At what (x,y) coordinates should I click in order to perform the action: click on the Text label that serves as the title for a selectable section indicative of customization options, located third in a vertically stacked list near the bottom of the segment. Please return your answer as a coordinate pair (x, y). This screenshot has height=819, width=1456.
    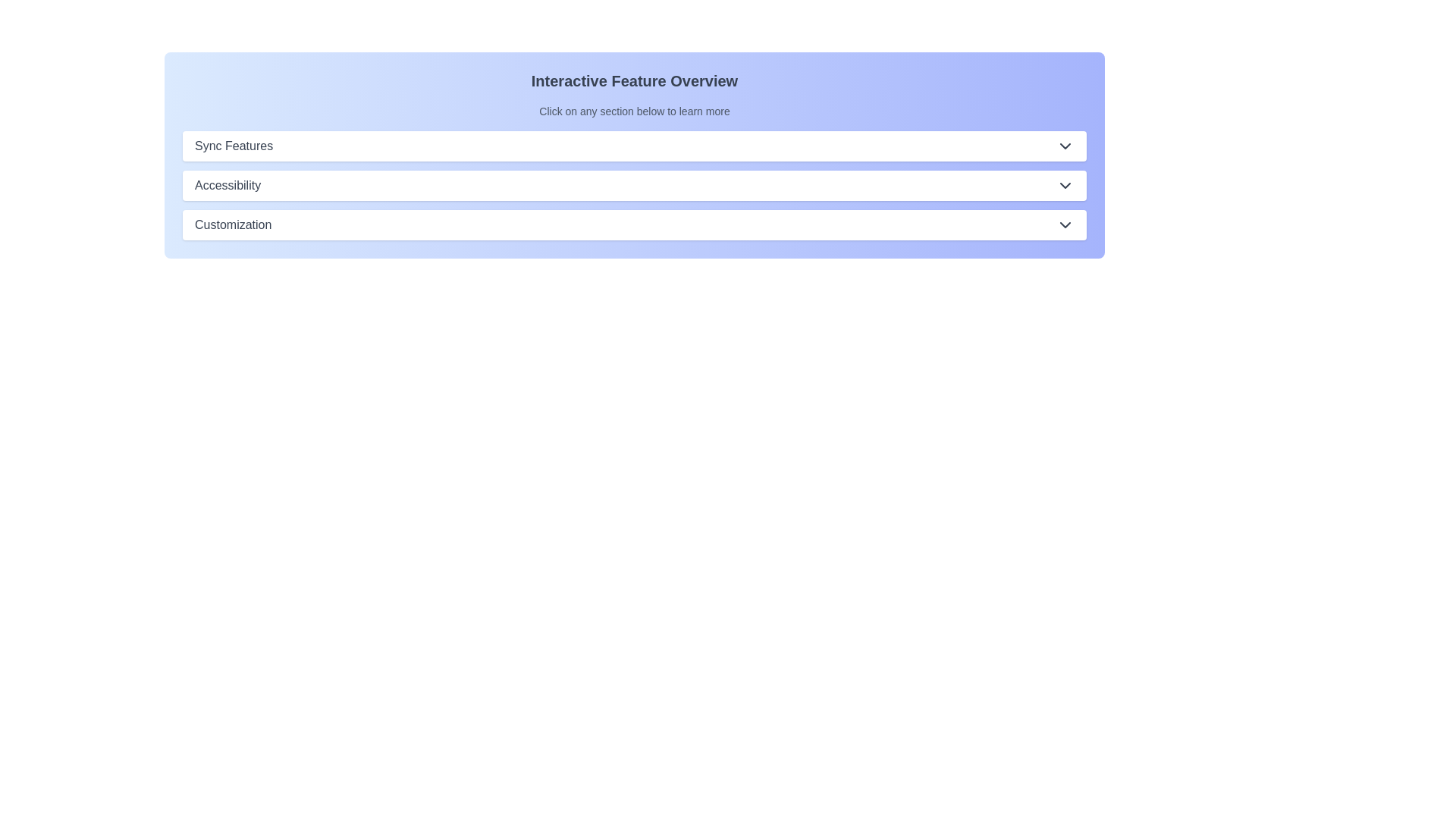
    Looking at the image, I should click on (232, 225).